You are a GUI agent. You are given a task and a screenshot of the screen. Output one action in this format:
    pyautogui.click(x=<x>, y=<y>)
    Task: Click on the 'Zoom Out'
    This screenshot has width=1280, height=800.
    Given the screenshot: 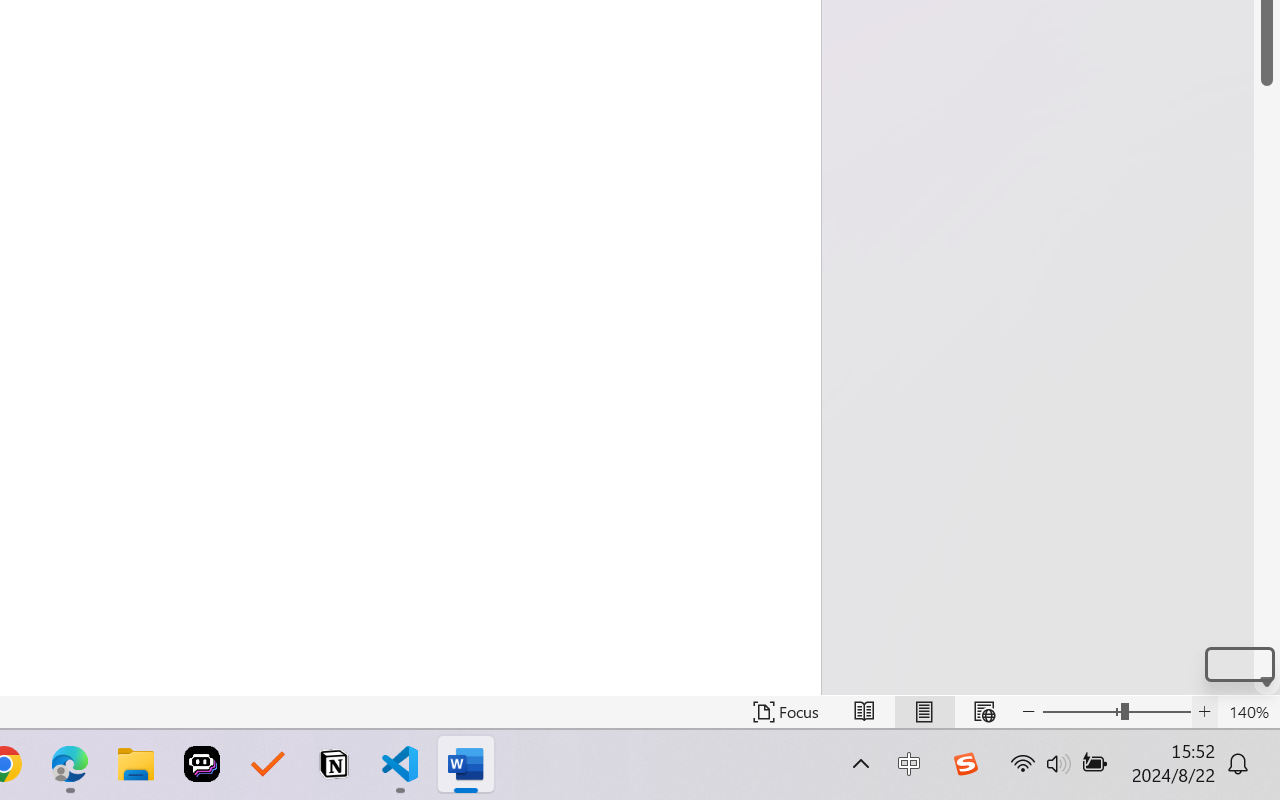 What is the action you would take?
    pyautogui.click(x=1080, y=711)
    